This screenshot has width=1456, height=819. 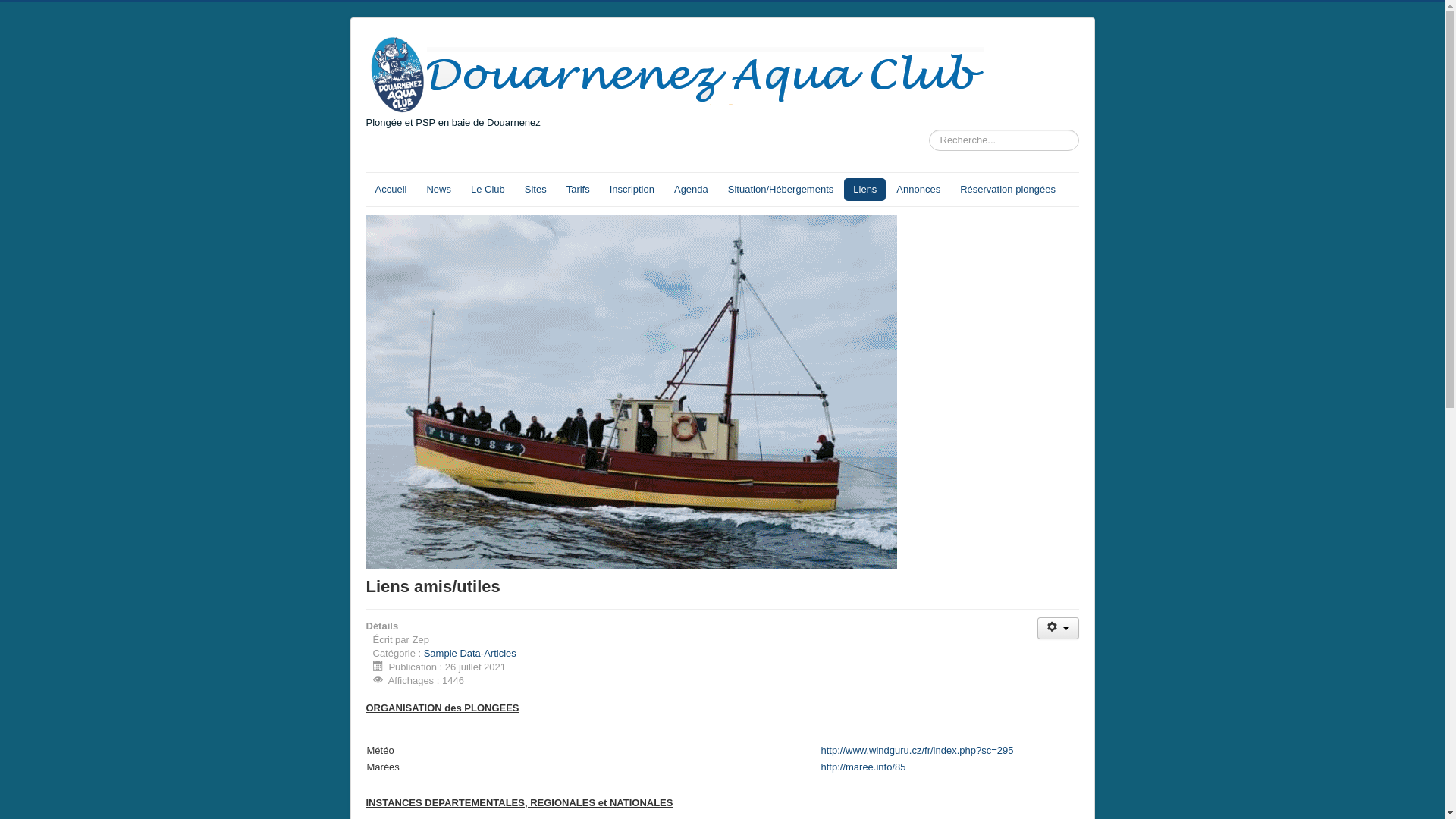 What do you see at coordinates (535, 189) in the screenshot?
I see `'Sites'` at bounding box center [535, 189].